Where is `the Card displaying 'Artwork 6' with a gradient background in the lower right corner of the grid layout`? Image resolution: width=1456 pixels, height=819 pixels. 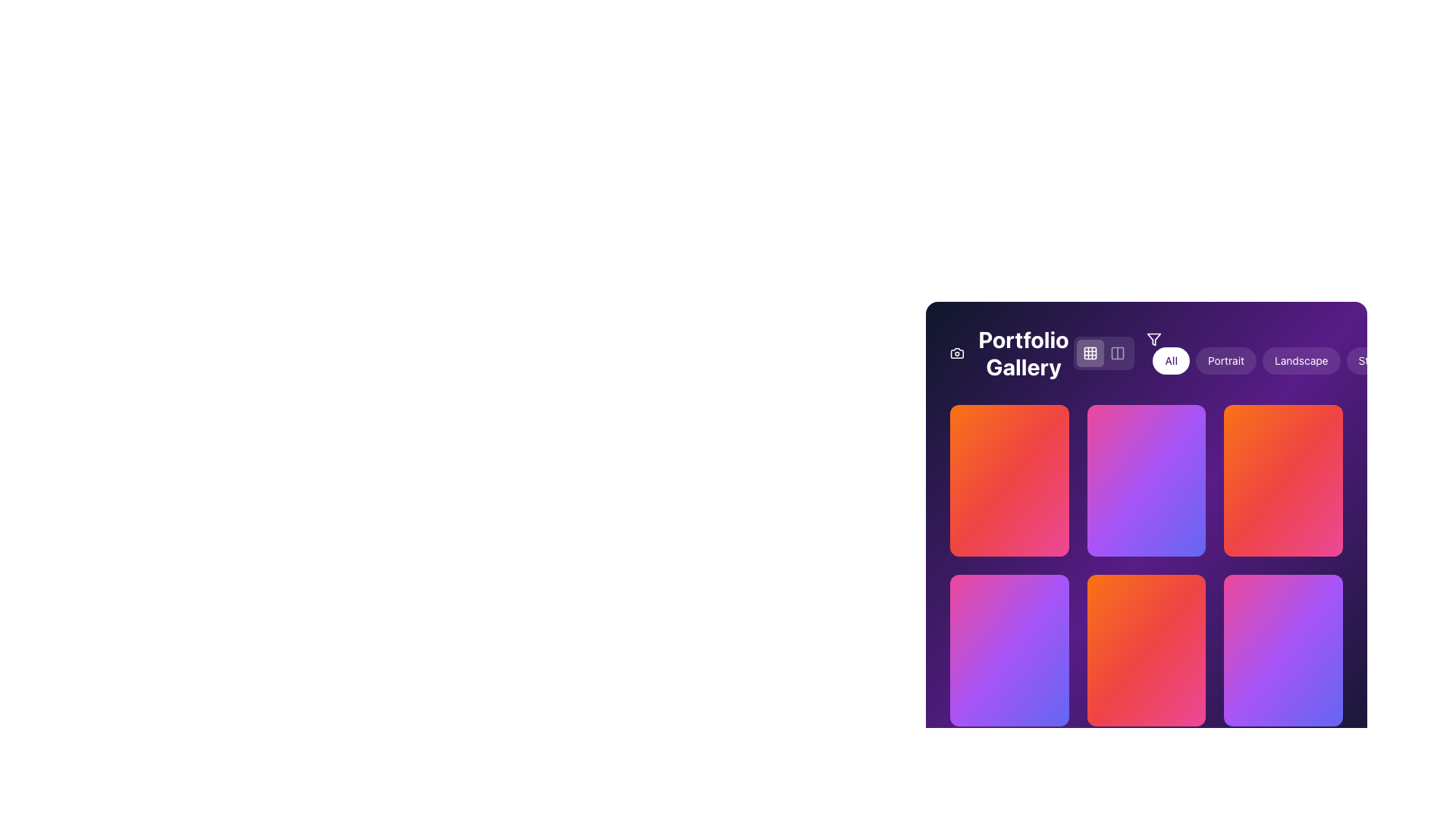 the Card displaying 'Artwork 6' with a gradient background in the lower right corner of the grid layout is located at coordinates (1282, 688).